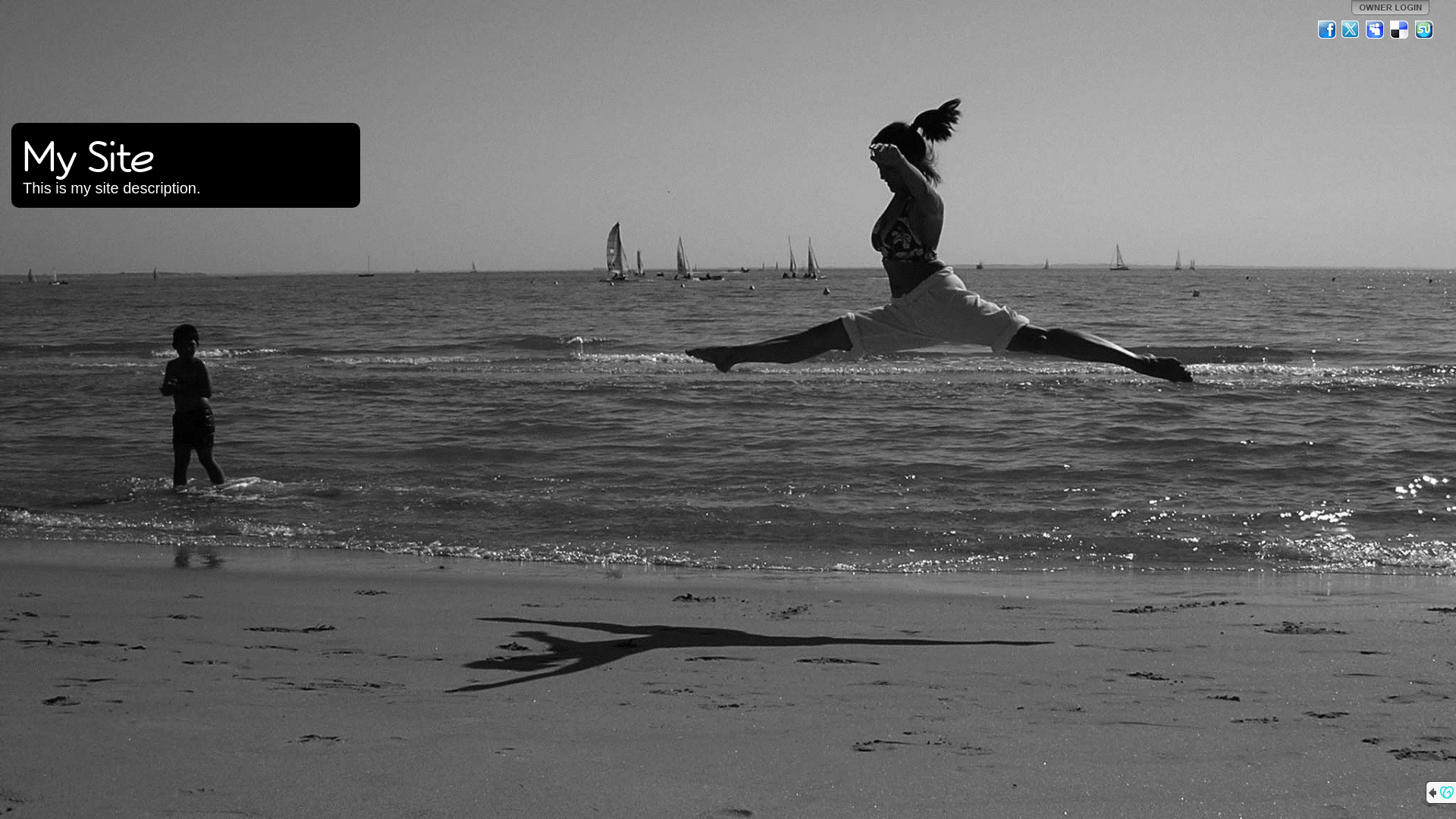 This screenshot has width=1456, height=819. What do you see at coordinates (1326, 29) in the screenshot?
I see `'Facebook'` at bounding box center [1326, 29].